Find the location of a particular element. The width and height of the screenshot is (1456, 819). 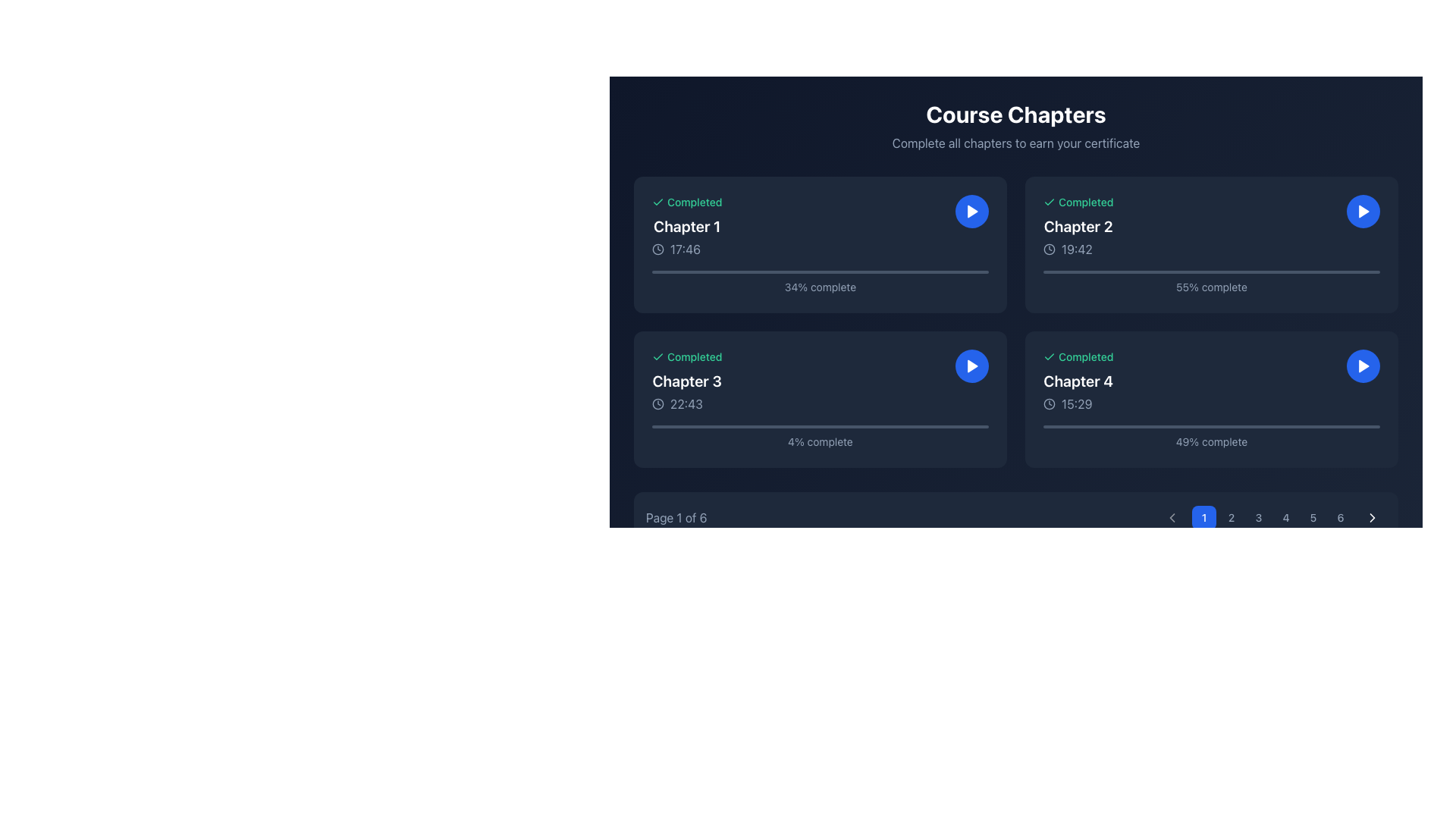

the visual state of the completion icon located in the top-left corner of the completion status row, adjacent to the text 'Completed' is located at coordinates (1048, 356).